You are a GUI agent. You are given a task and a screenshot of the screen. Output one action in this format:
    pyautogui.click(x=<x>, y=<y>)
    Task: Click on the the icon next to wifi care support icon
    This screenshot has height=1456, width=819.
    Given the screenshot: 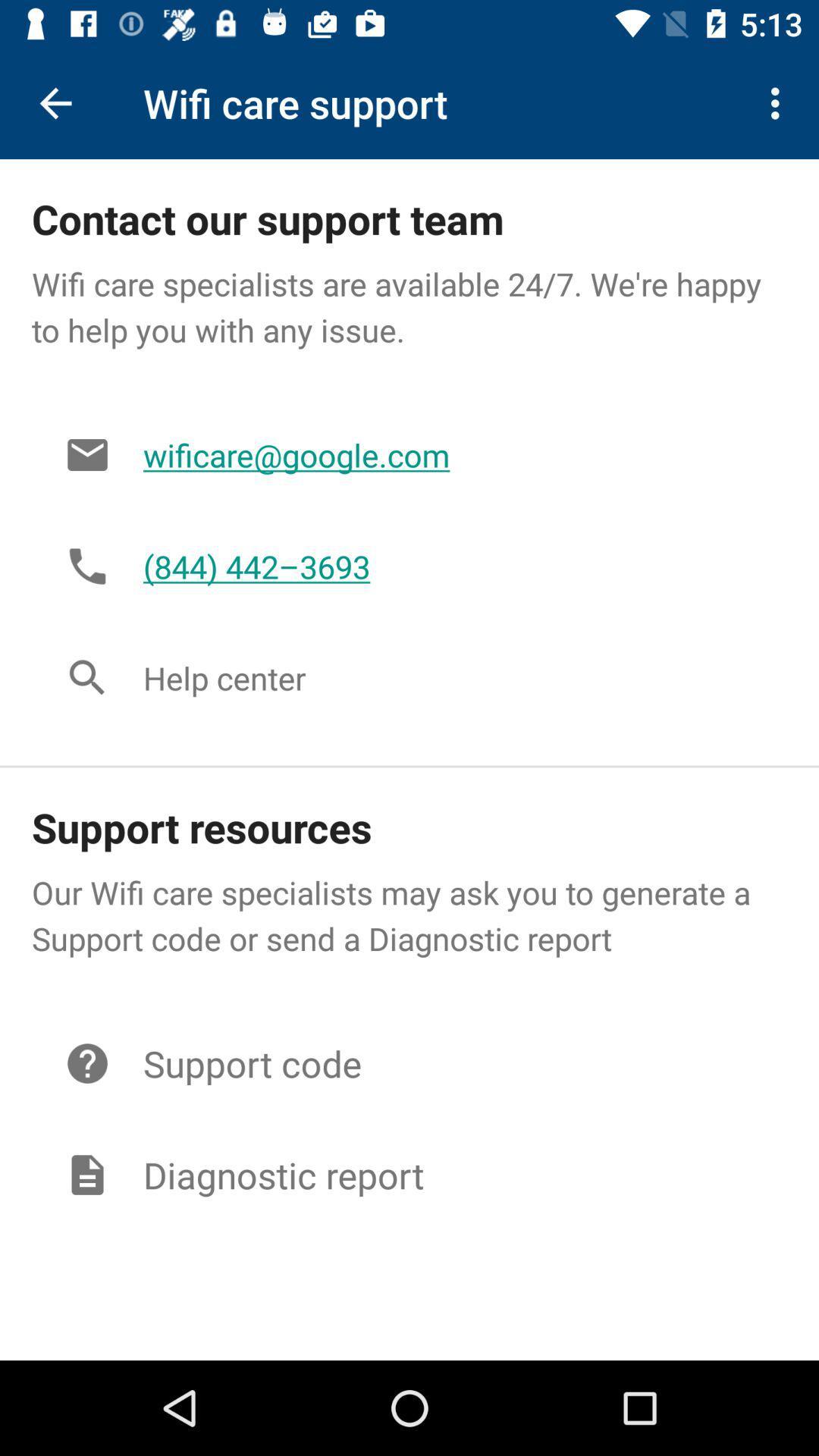 What is the action you would take?
    pyautogui.click(x=55, y=102)
    